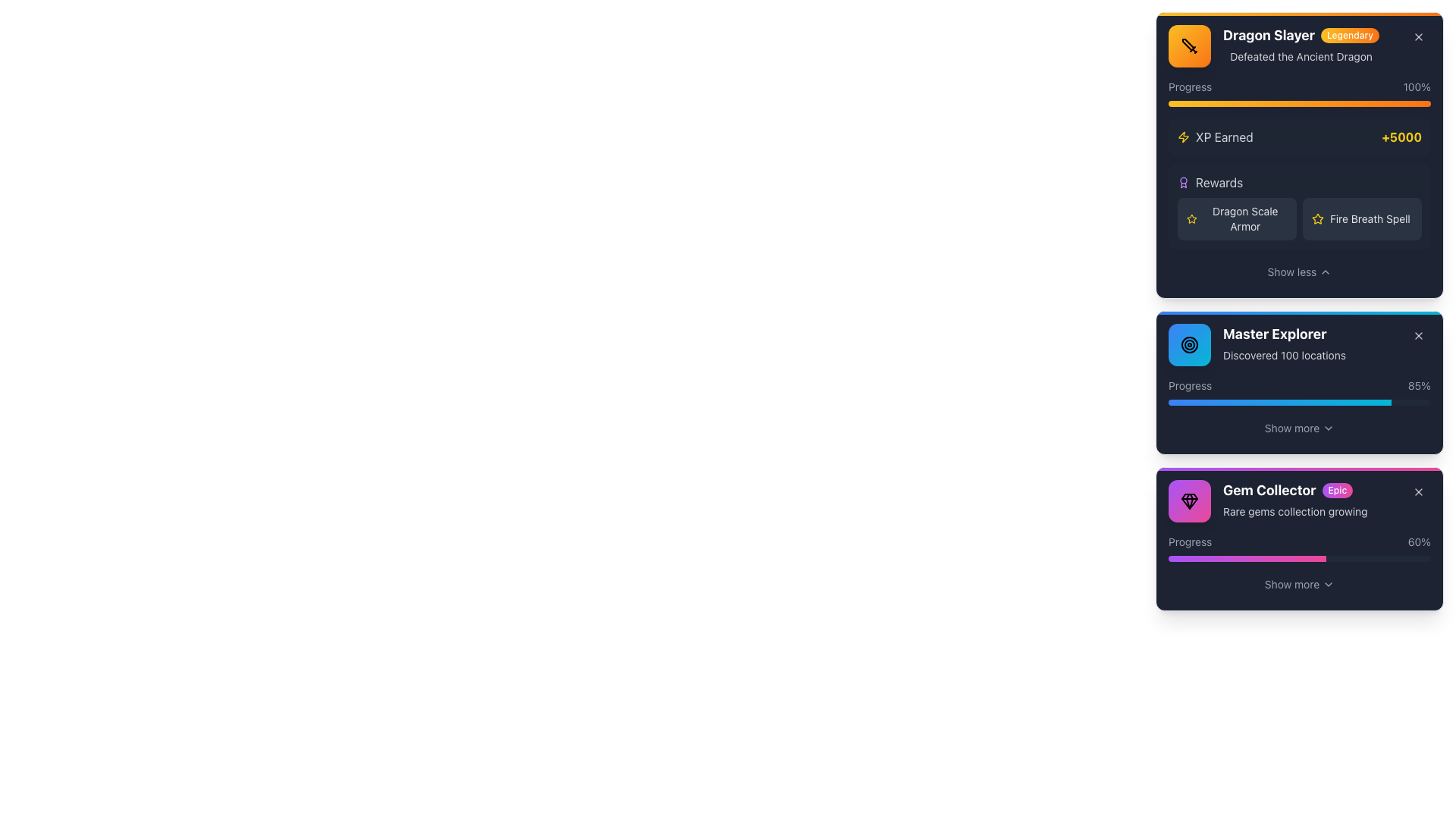 The image size is (1456, 819). What do you see at coordinates (1418, 335) in the screenshot?
I see `the circular button with a dark background and a white 'X' icon in the center` at bounding box center [1418, 335].